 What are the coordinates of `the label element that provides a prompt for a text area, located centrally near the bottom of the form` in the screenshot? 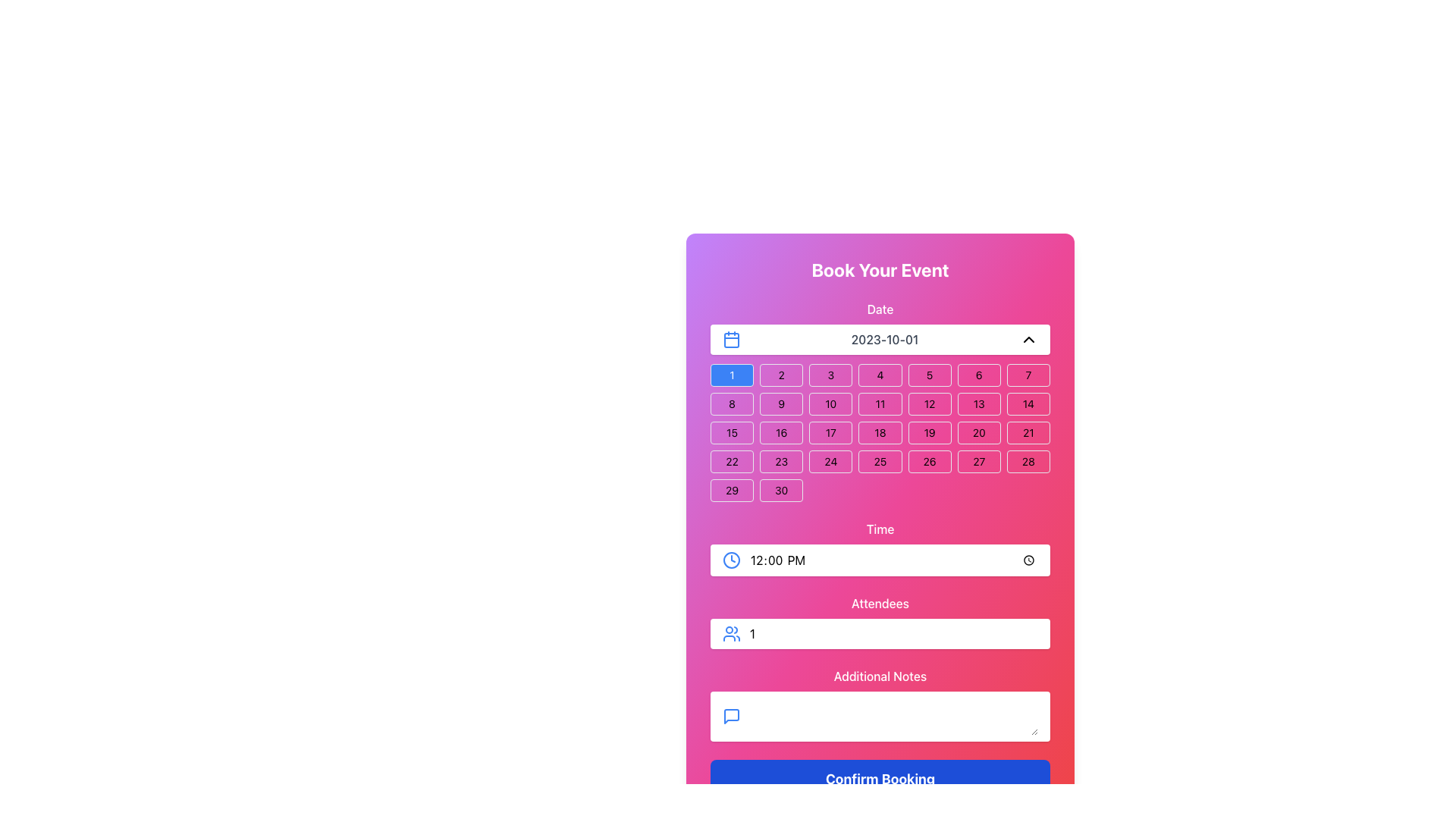 It's located at (880, 675).